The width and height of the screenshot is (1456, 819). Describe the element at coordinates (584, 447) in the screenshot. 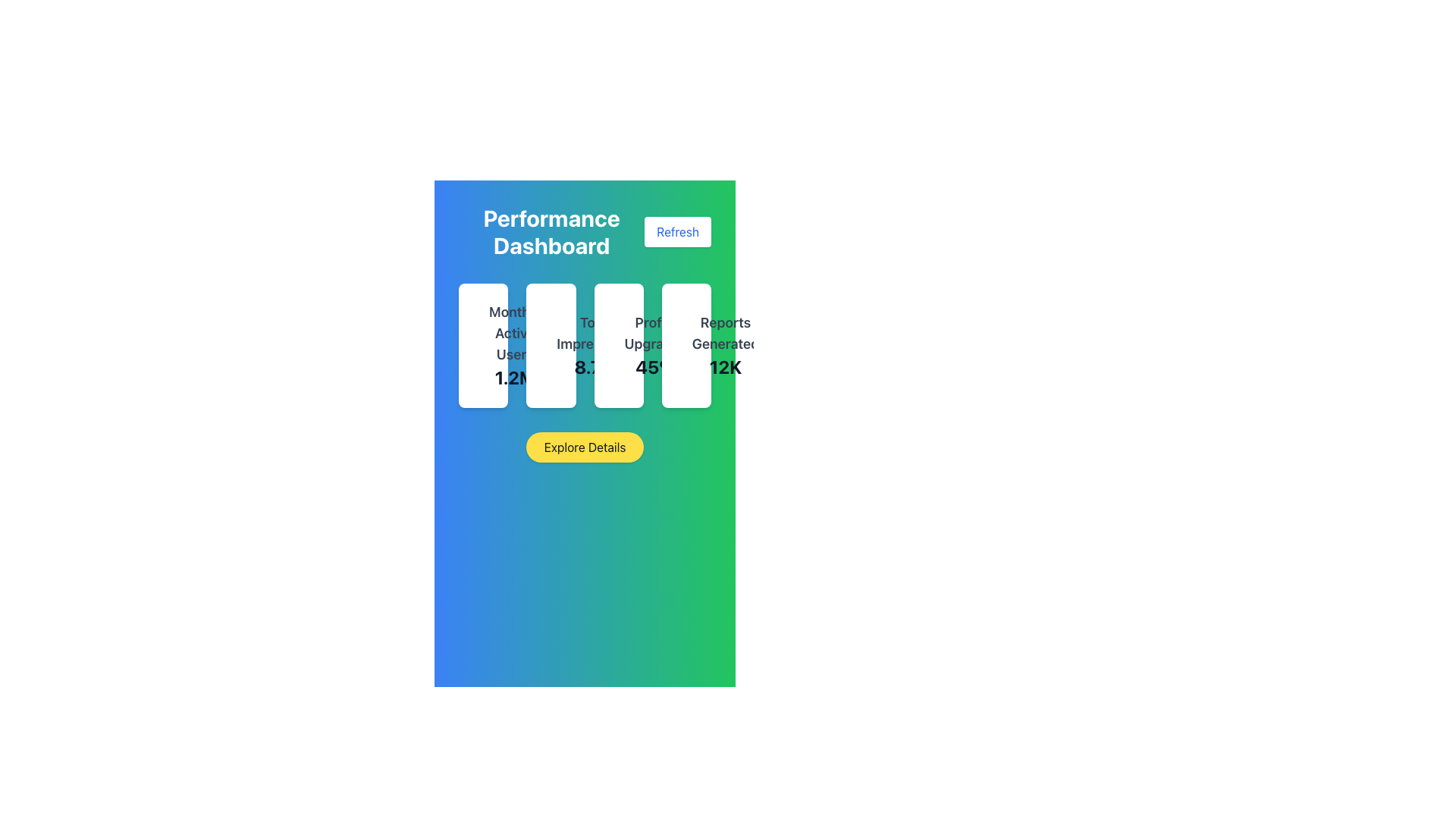

I see `the centrally located call-to-action button that enables users` at that location.